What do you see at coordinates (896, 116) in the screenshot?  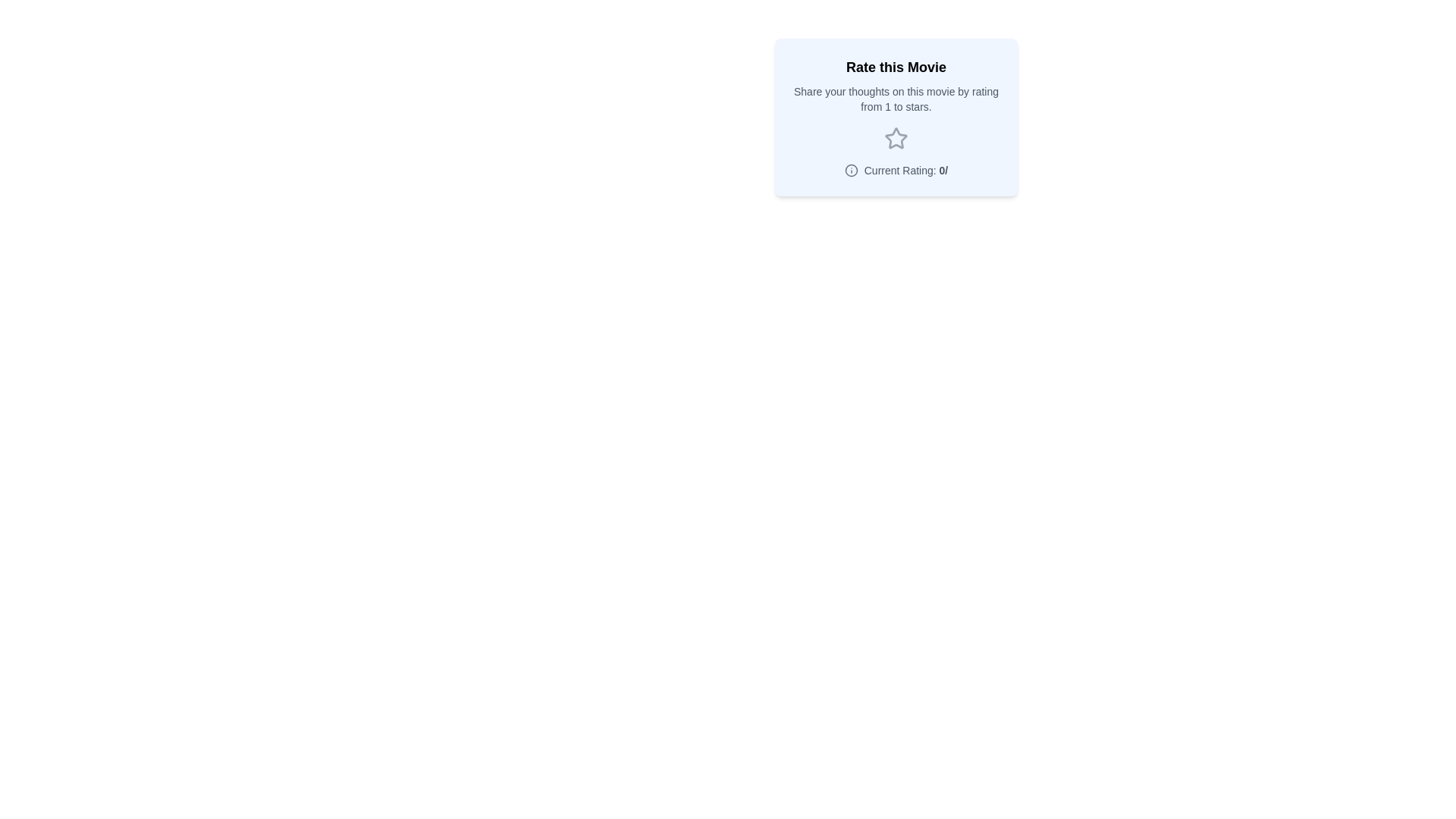 I see `contents of the Rating component titled 'Rate this Movie', which includes the rating stars and current rating information` at bounding box center [896, 116].